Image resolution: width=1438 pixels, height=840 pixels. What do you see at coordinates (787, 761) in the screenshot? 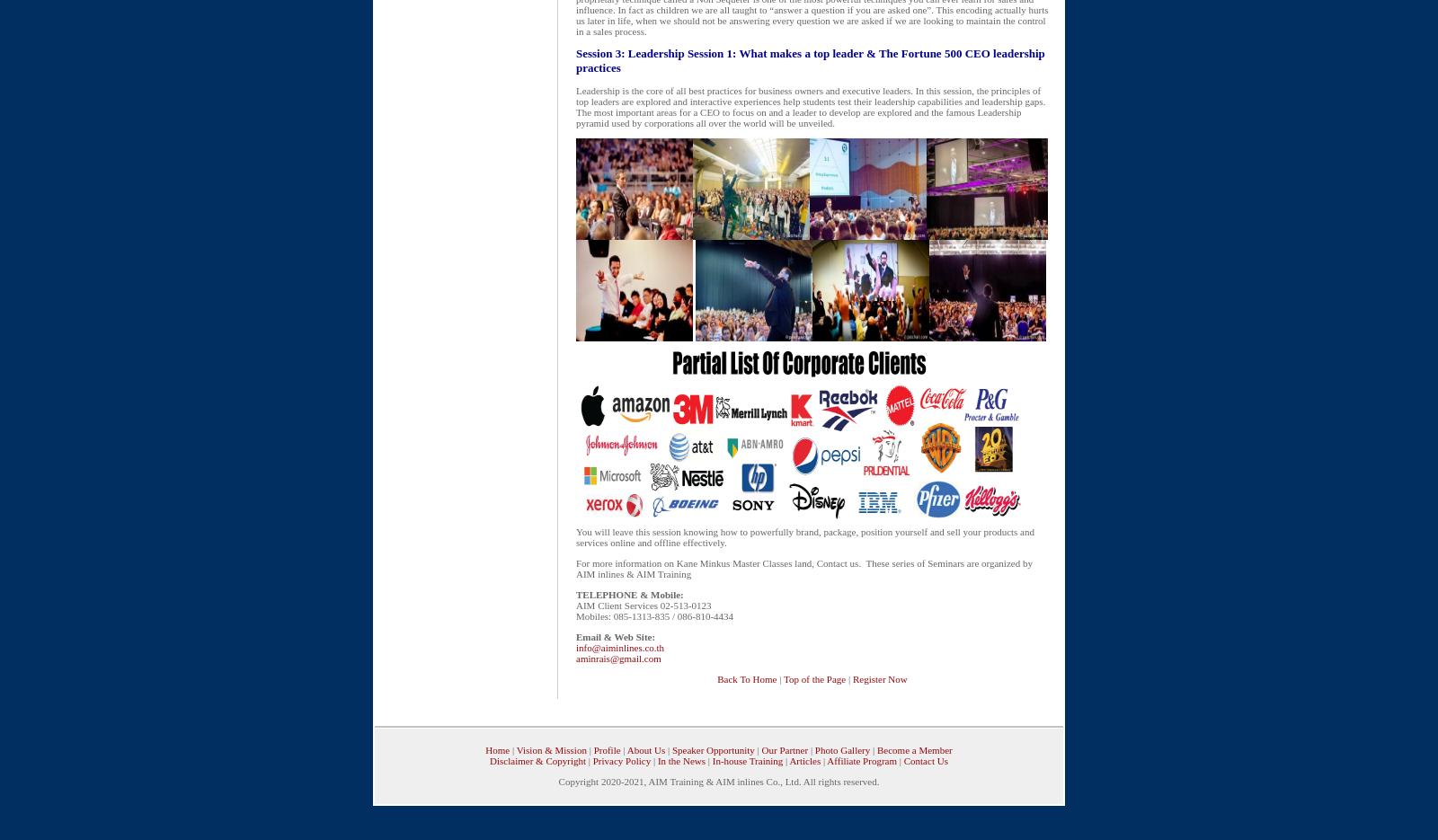
I see `'Articles'` at bounding box center [787, 761].